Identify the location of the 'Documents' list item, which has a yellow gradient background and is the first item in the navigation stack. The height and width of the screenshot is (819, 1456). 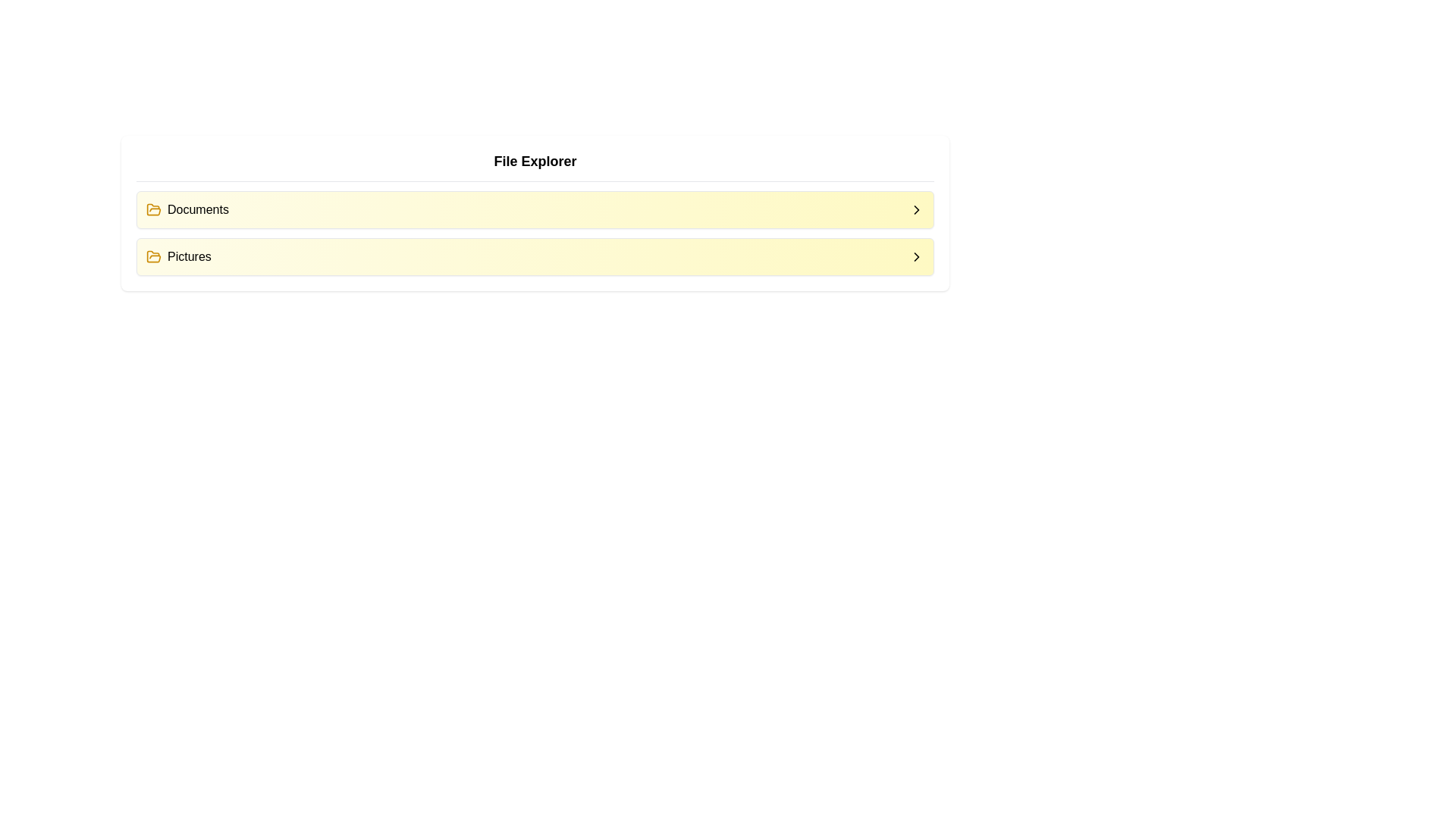
(535, 210).